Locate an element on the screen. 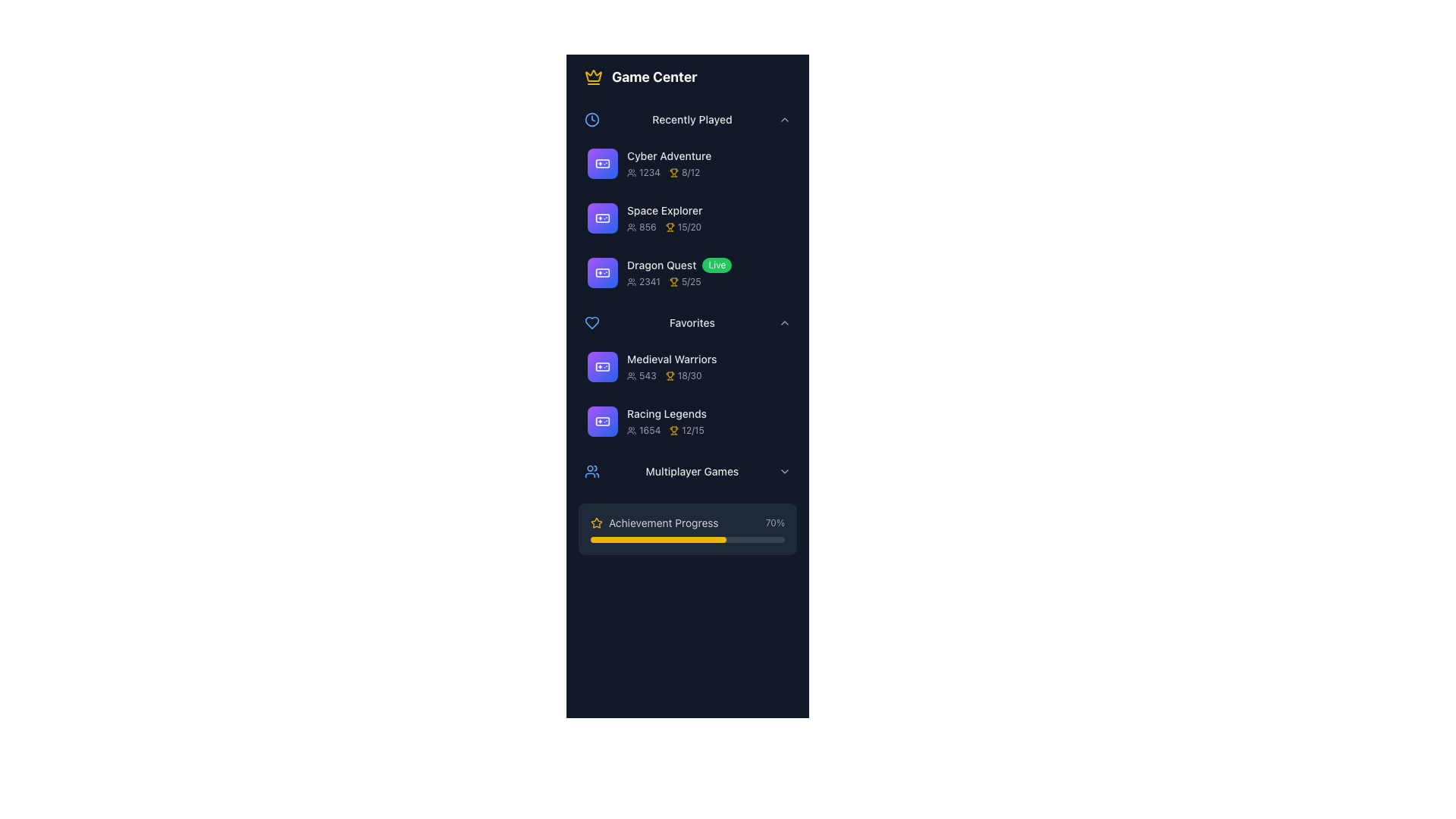 This screenshot has height=819, width=1456. the achievement display for the 'Racing Legends' game, which shows a yellow trophy icon and the text '12/15' is located at coordinates (686, 430).